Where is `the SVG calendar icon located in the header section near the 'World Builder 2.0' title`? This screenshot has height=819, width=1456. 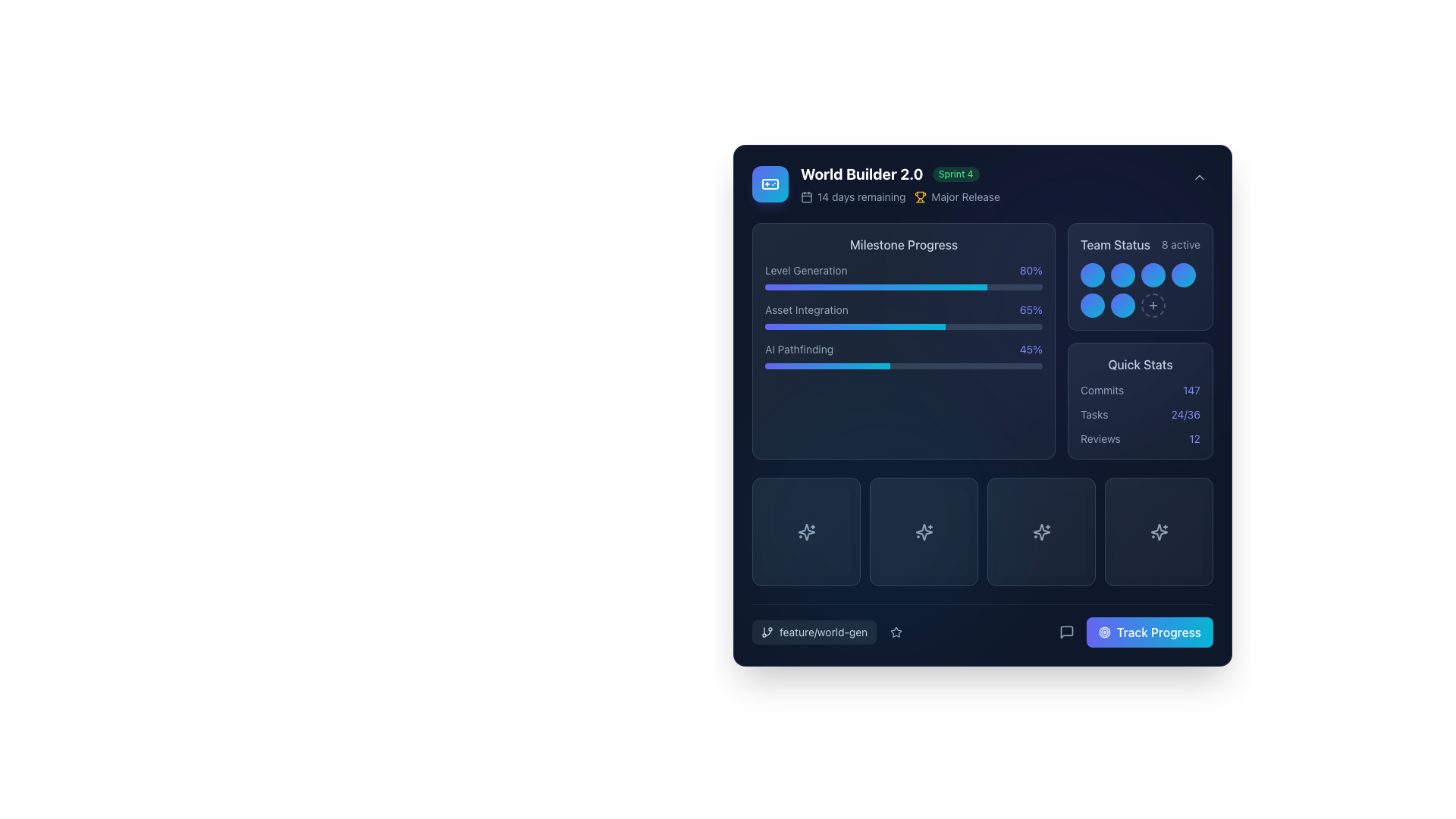
the SVG calendar icon located in the header section near the 'World Builder 2.0' title is located at coordinates (806, 196).